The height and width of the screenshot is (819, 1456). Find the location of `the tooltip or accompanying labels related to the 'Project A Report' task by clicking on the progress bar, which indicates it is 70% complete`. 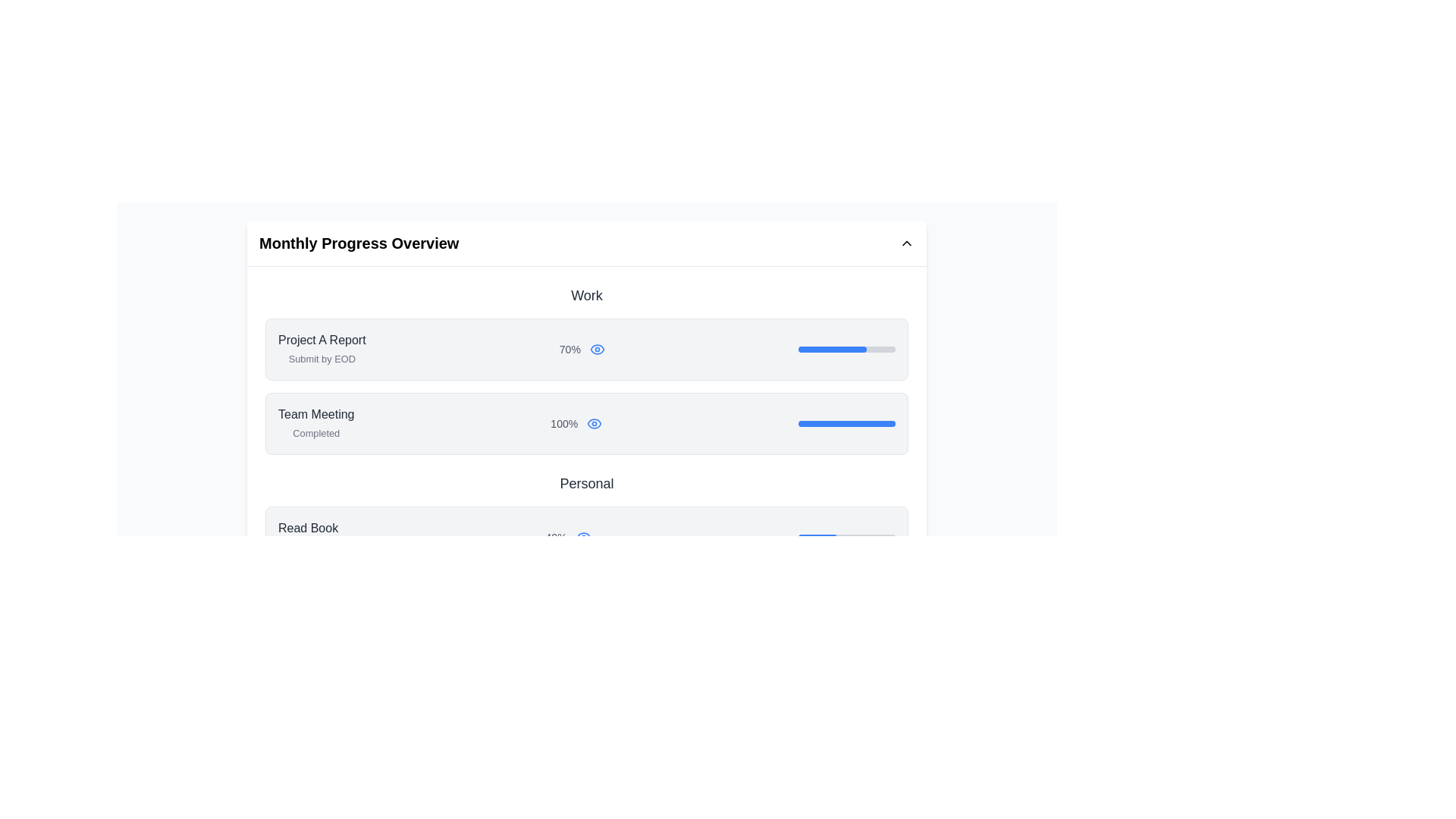

the tooltip or accompanying labels related to the 'Project A Report' task by clicking on the progress bar, which indicates it is 70% complete is located at coordinates (831, 350).